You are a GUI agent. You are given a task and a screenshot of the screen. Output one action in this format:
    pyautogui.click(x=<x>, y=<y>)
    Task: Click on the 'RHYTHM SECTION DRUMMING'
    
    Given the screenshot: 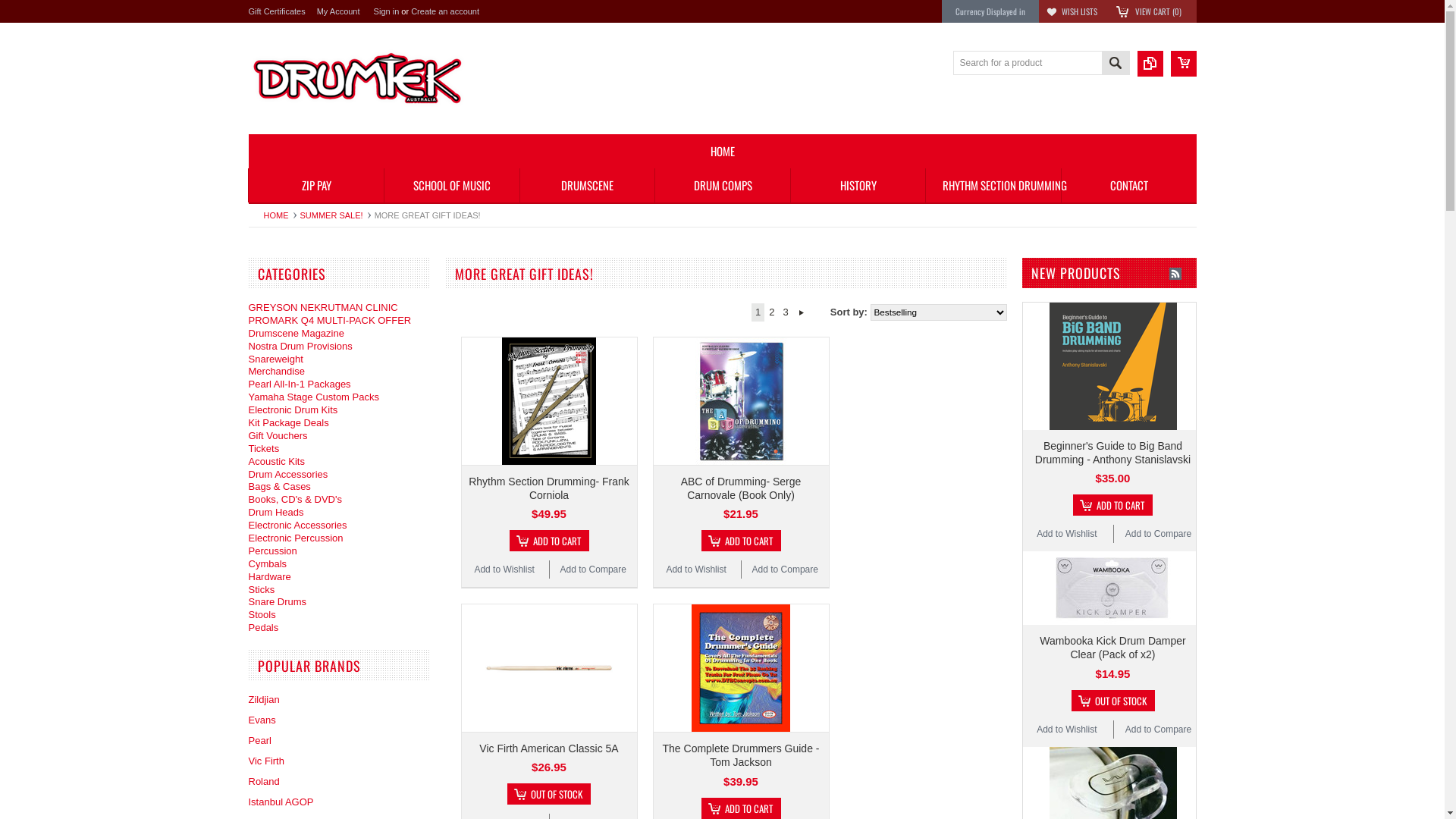 What is the action you would take?
    pyautogui.click(x=993, y=184)
    